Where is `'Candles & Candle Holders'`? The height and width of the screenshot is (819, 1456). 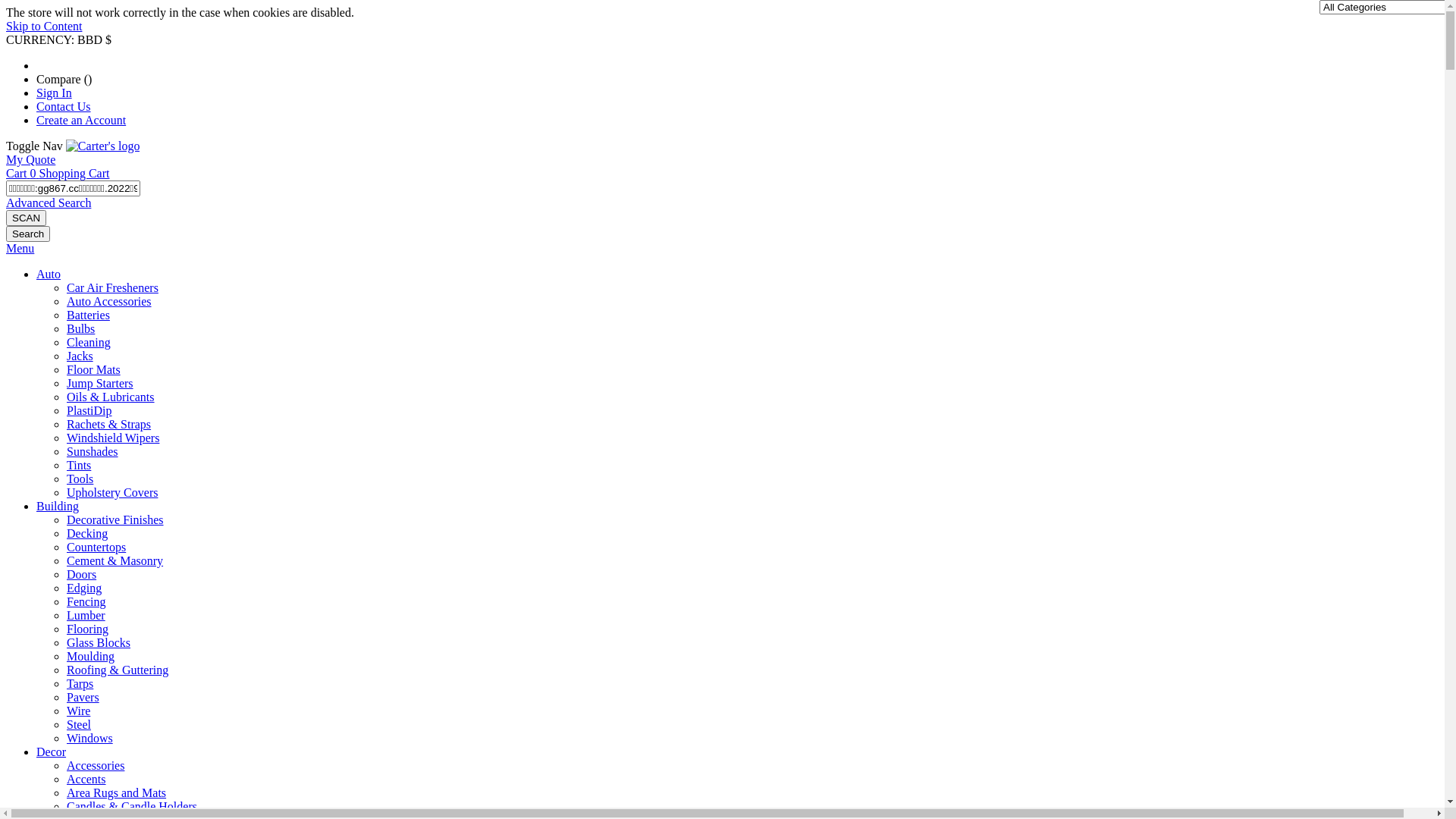
'Candles & Candle Holders' is located at coordinates (131, 805).